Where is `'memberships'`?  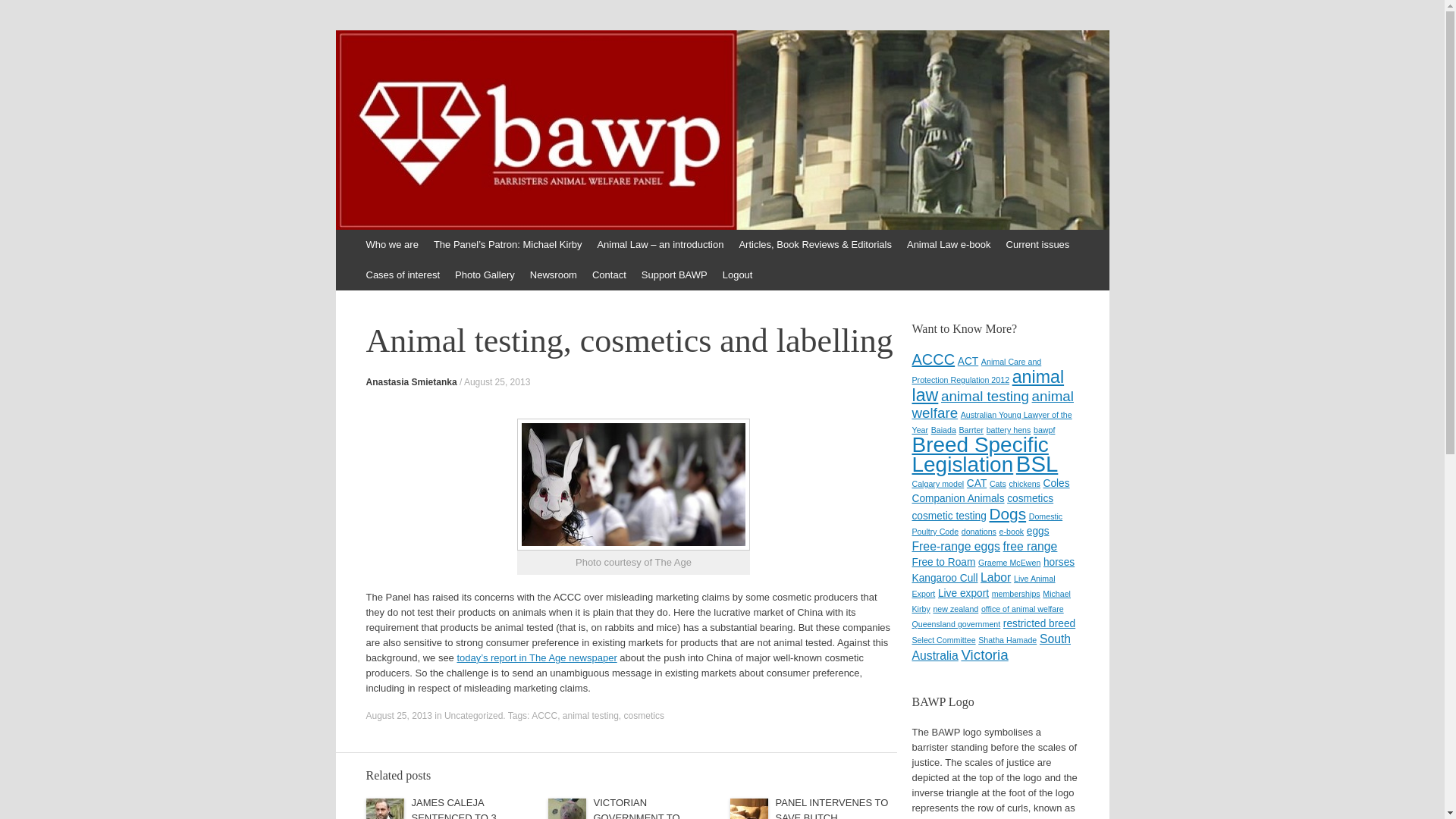 'memberships' is located at coordinates (1015, 593).